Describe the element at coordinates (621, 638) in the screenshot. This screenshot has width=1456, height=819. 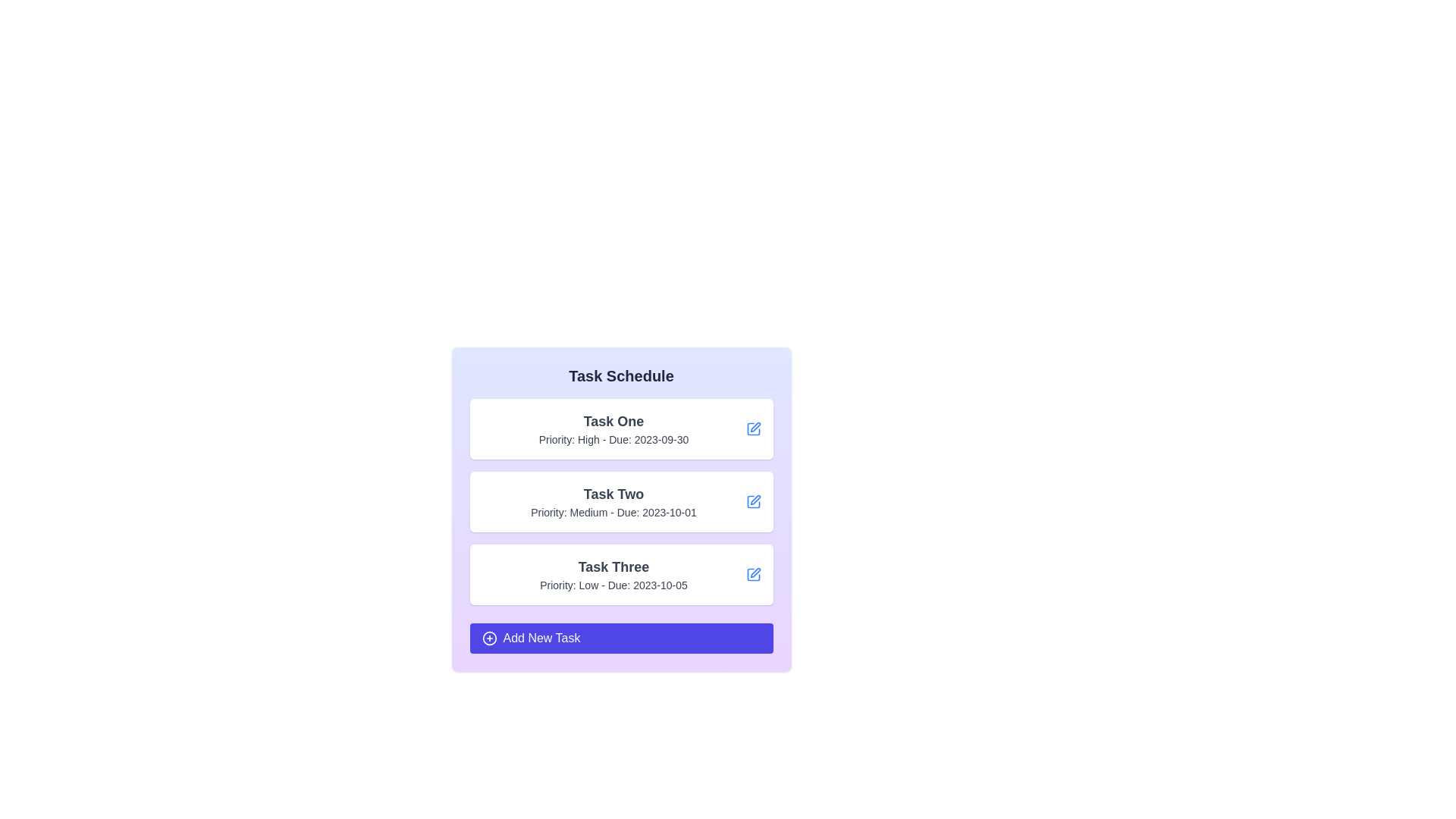
I see `the 'Add New Task' button to add a new task` at that location.